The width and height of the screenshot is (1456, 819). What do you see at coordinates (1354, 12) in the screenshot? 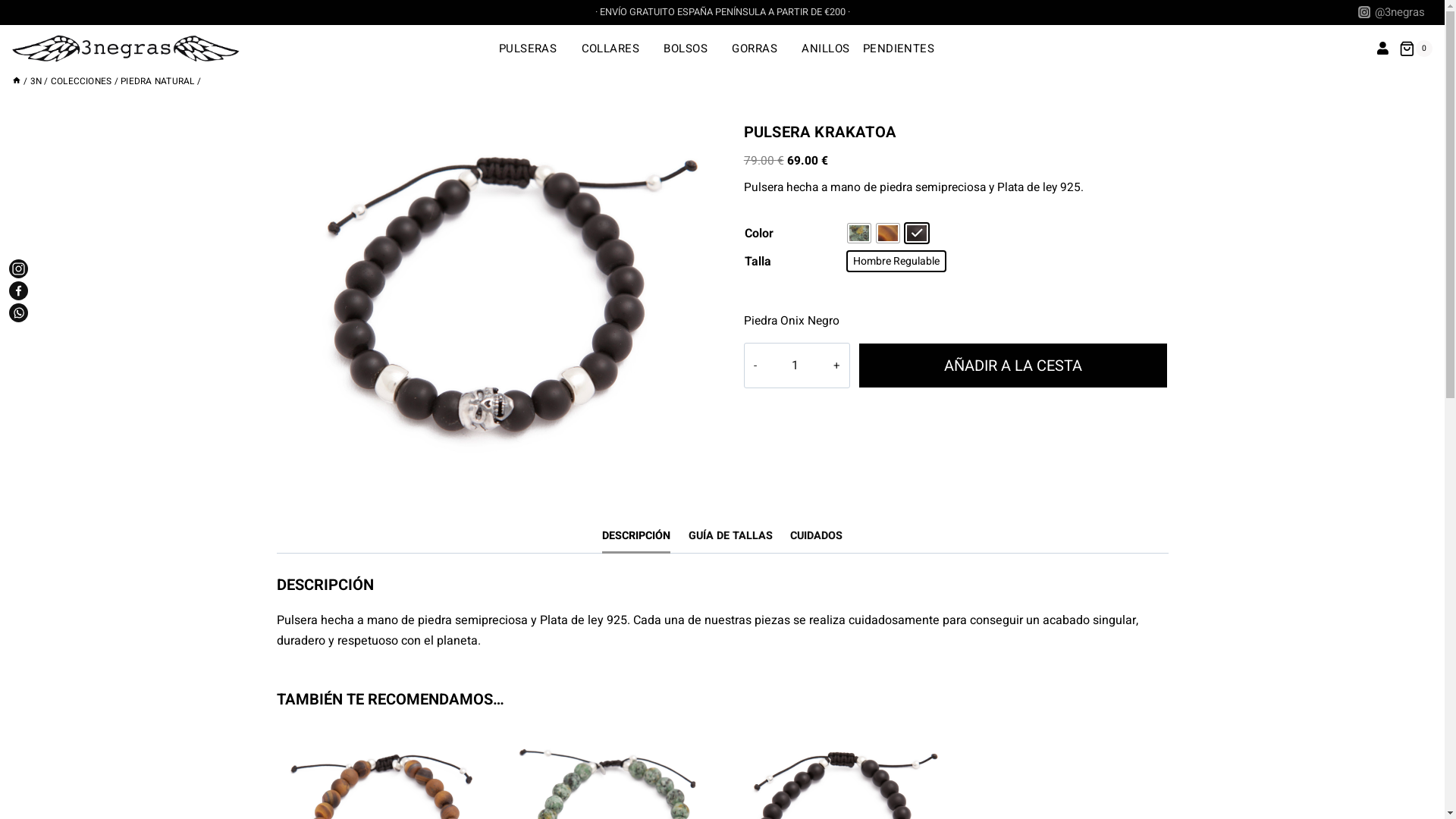
I see `'@3negras'` at bounding box center [1354, 12].